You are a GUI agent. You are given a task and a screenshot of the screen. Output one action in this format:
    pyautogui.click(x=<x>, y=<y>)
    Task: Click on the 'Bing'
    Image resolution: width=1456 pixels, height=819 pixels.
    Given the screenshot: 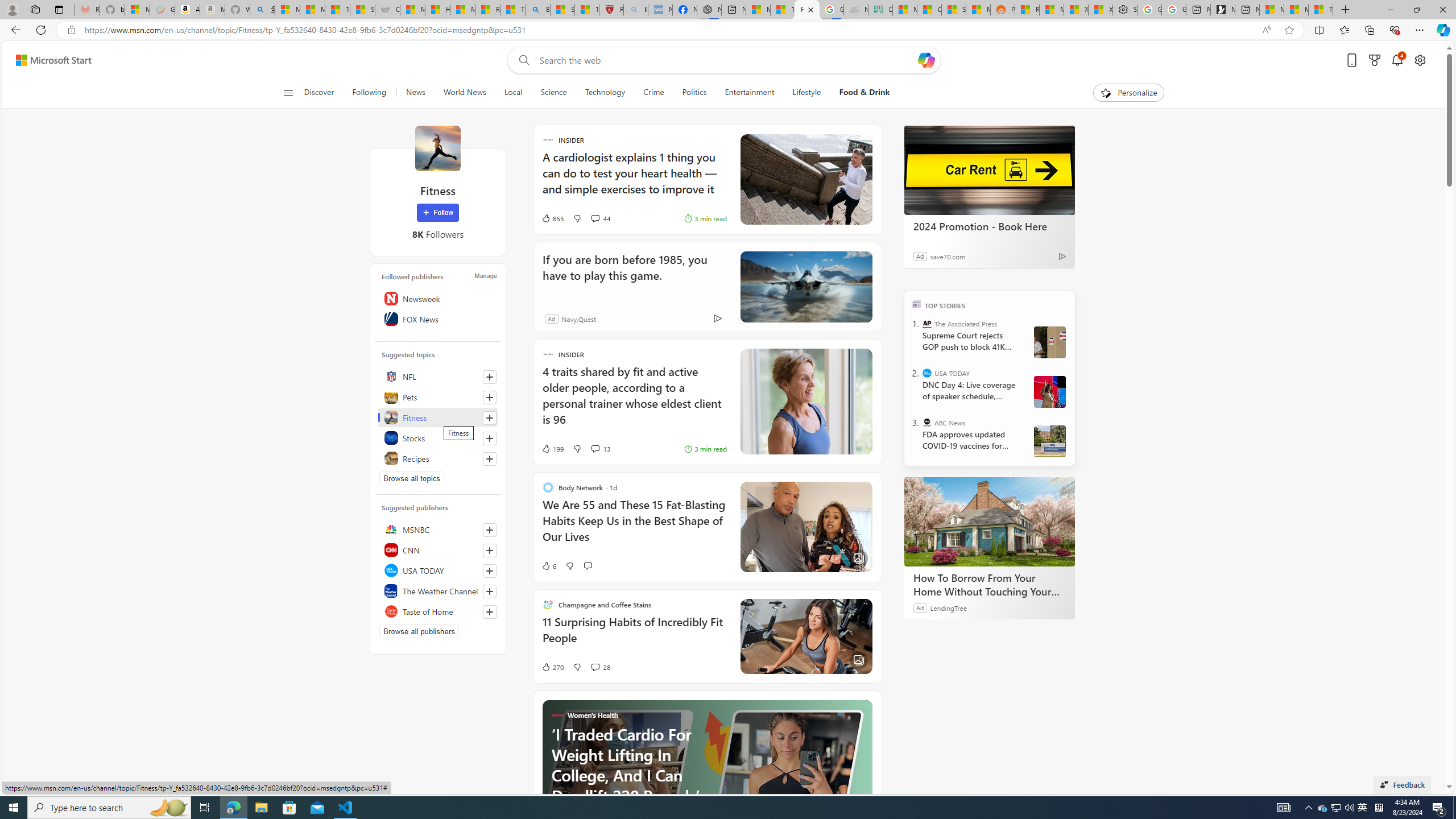 What is the action you would take?
    pyautogui.click(x=536, y=9)
    